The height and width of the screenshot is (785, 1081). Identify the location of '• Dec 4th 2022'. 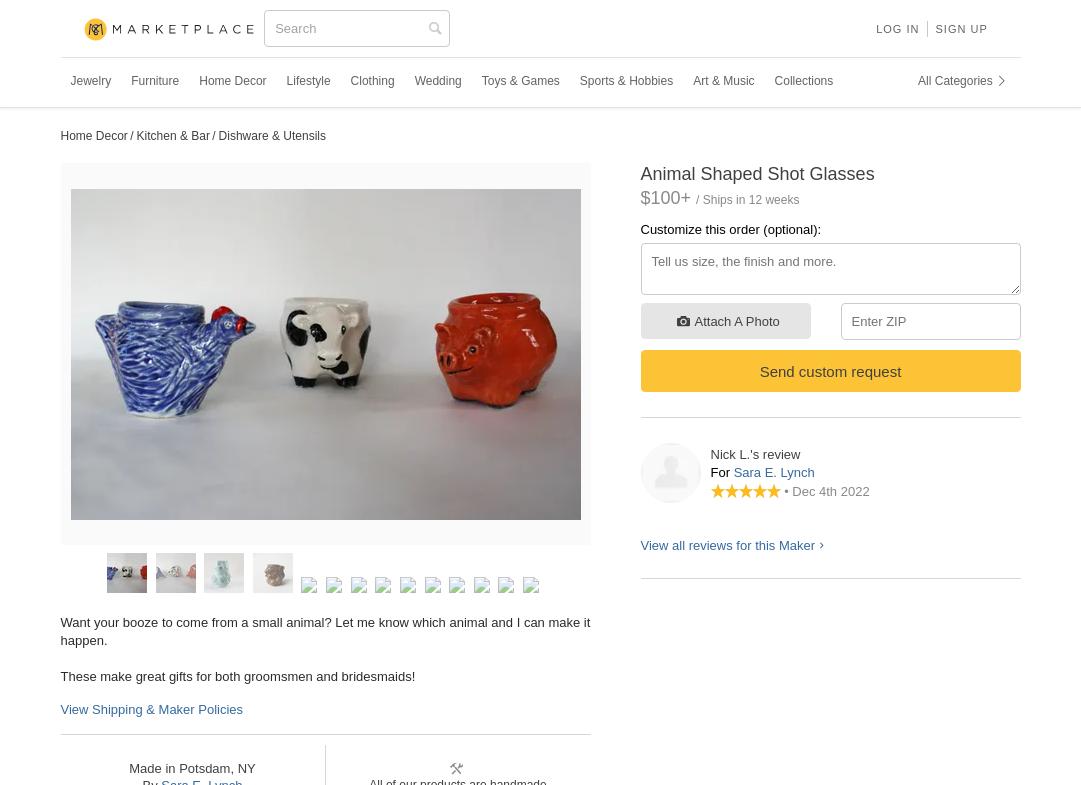
(826, 490).